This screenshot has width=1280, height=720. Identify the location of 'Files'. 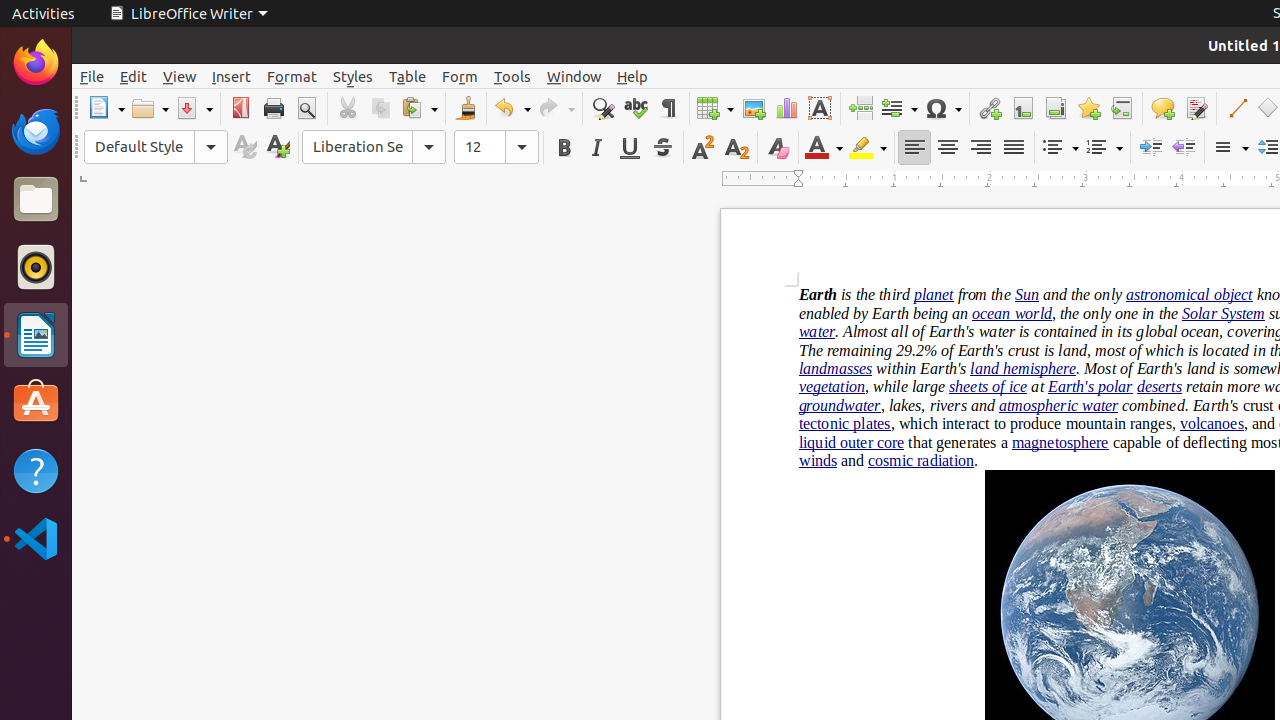
(35, 199).